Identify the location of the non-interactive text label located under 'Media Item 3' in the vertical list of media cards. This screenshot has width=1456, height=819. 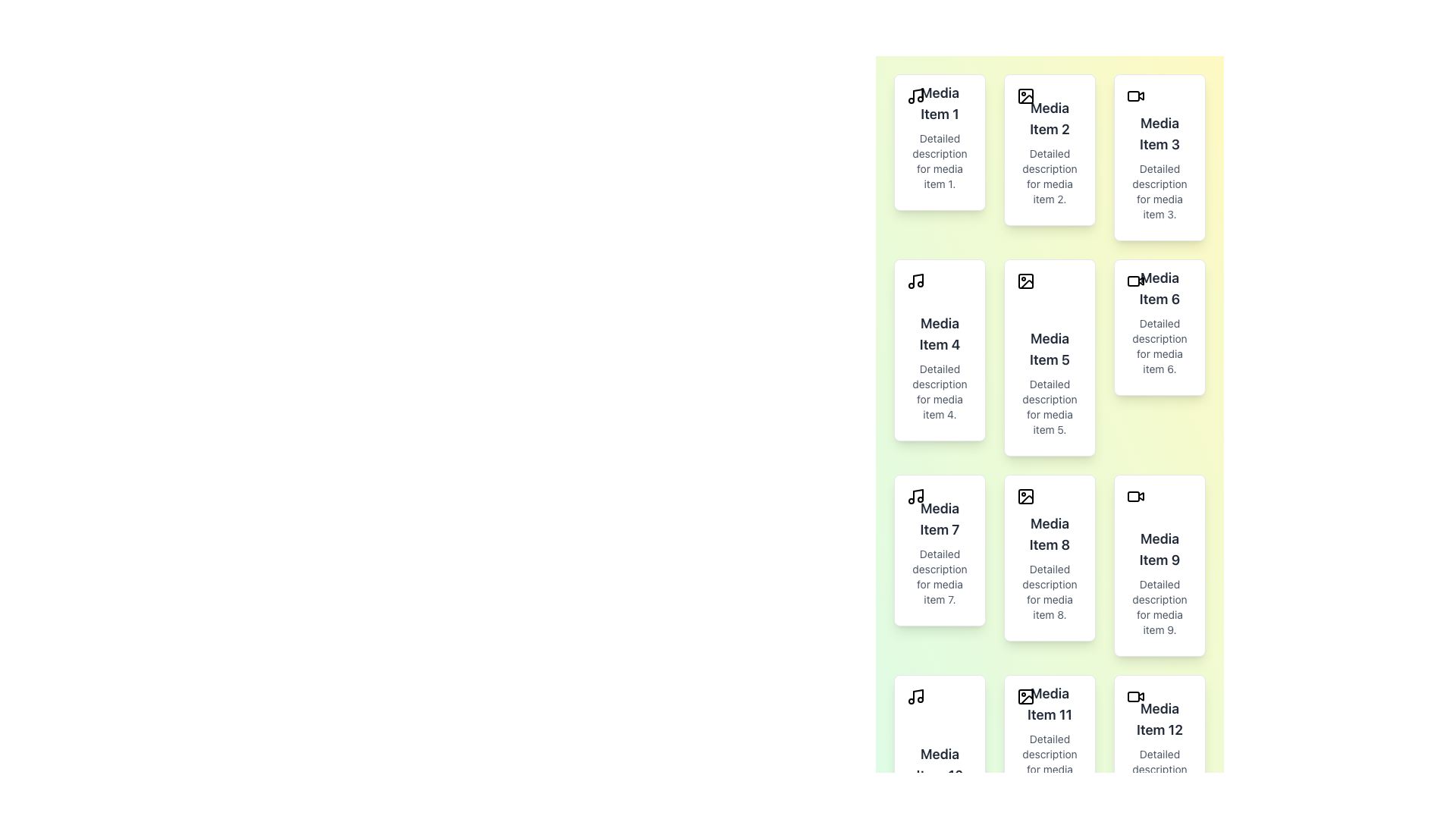
(1159, 191).